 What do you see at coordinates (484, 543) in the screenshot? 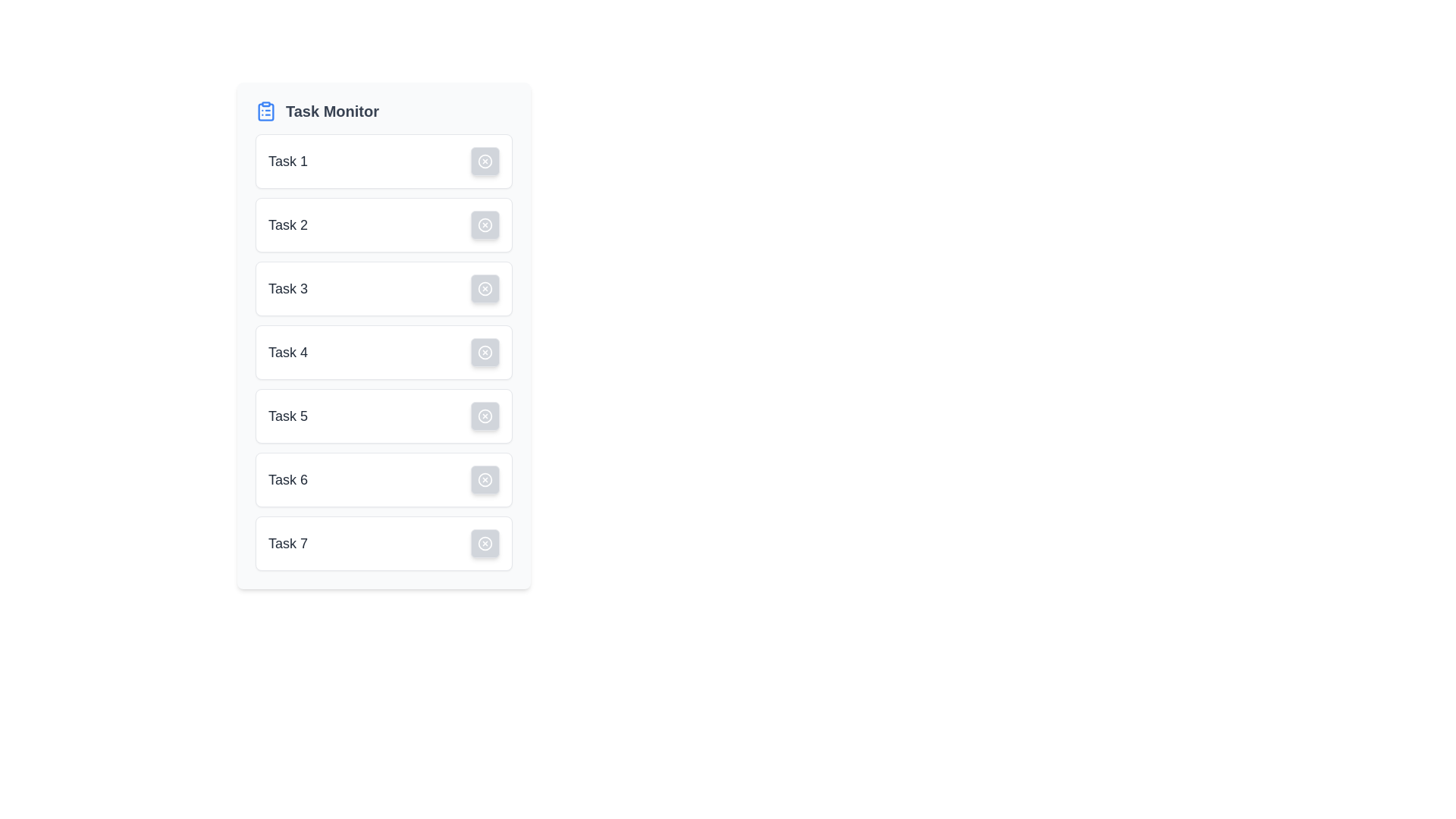
I see `the close or delete icon for 'Task 7' in the task management panel` at bounding box center [484, 543].